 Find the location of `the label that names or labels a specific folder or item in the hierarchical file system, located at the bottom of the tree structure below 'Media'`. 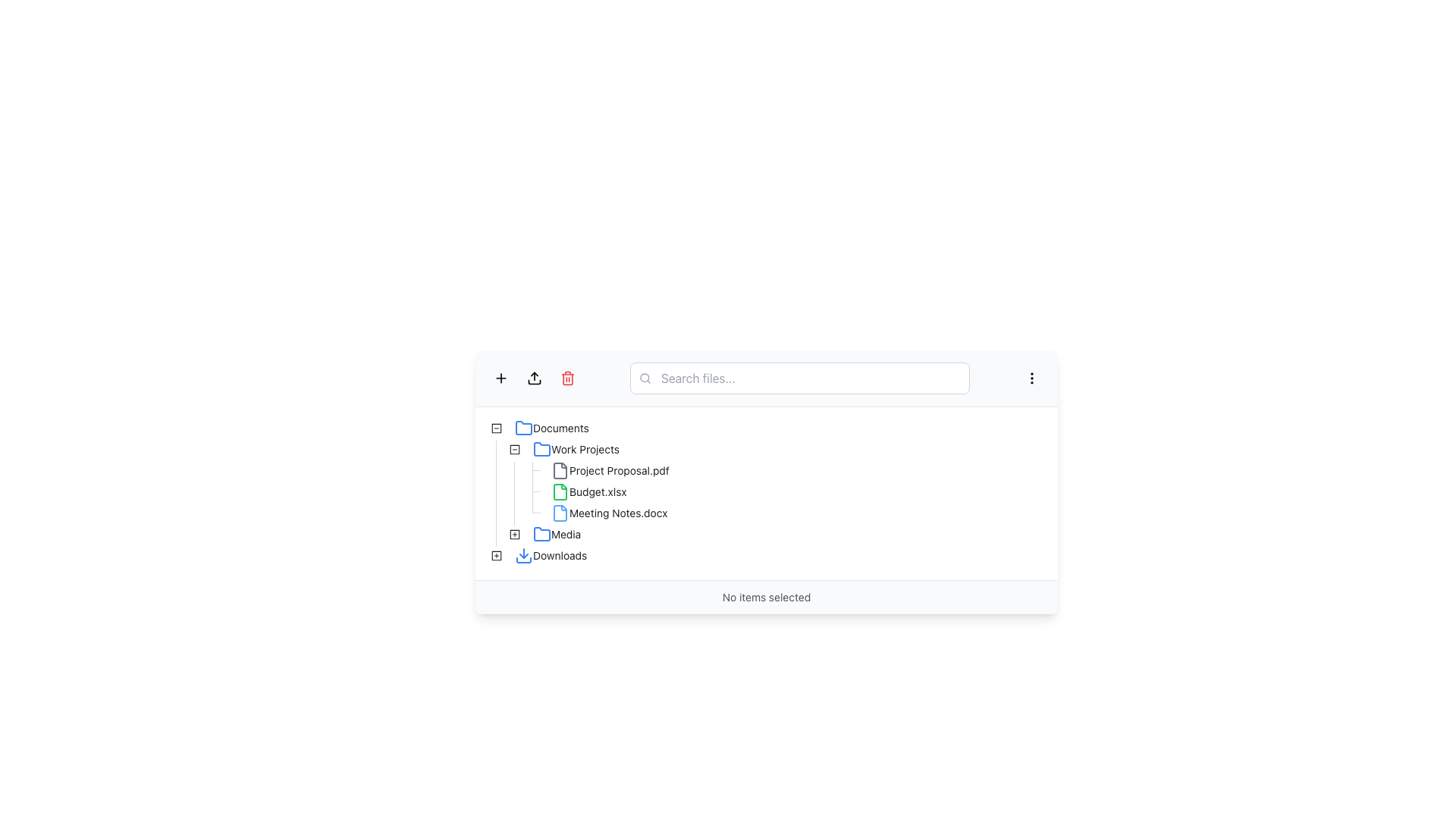

the label that names or labels a specific folder or item in the hierarchical file system, located at the bottom of the tree structure below 'Media' is located at coordinates (559, 555).